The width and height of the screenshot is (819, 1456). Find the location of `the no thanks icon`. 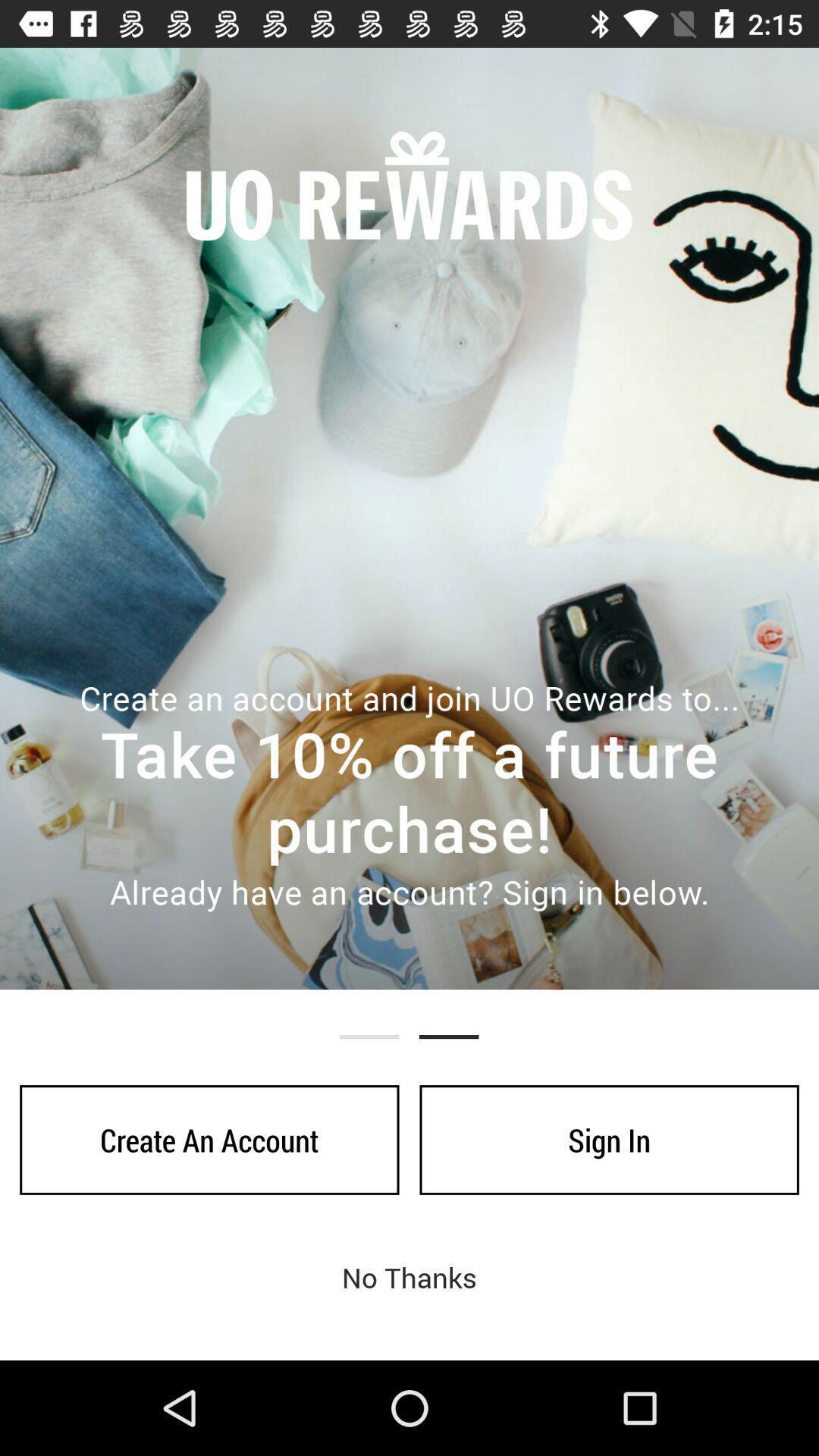

the no thanks icon is located at coordinates (409, 1276).